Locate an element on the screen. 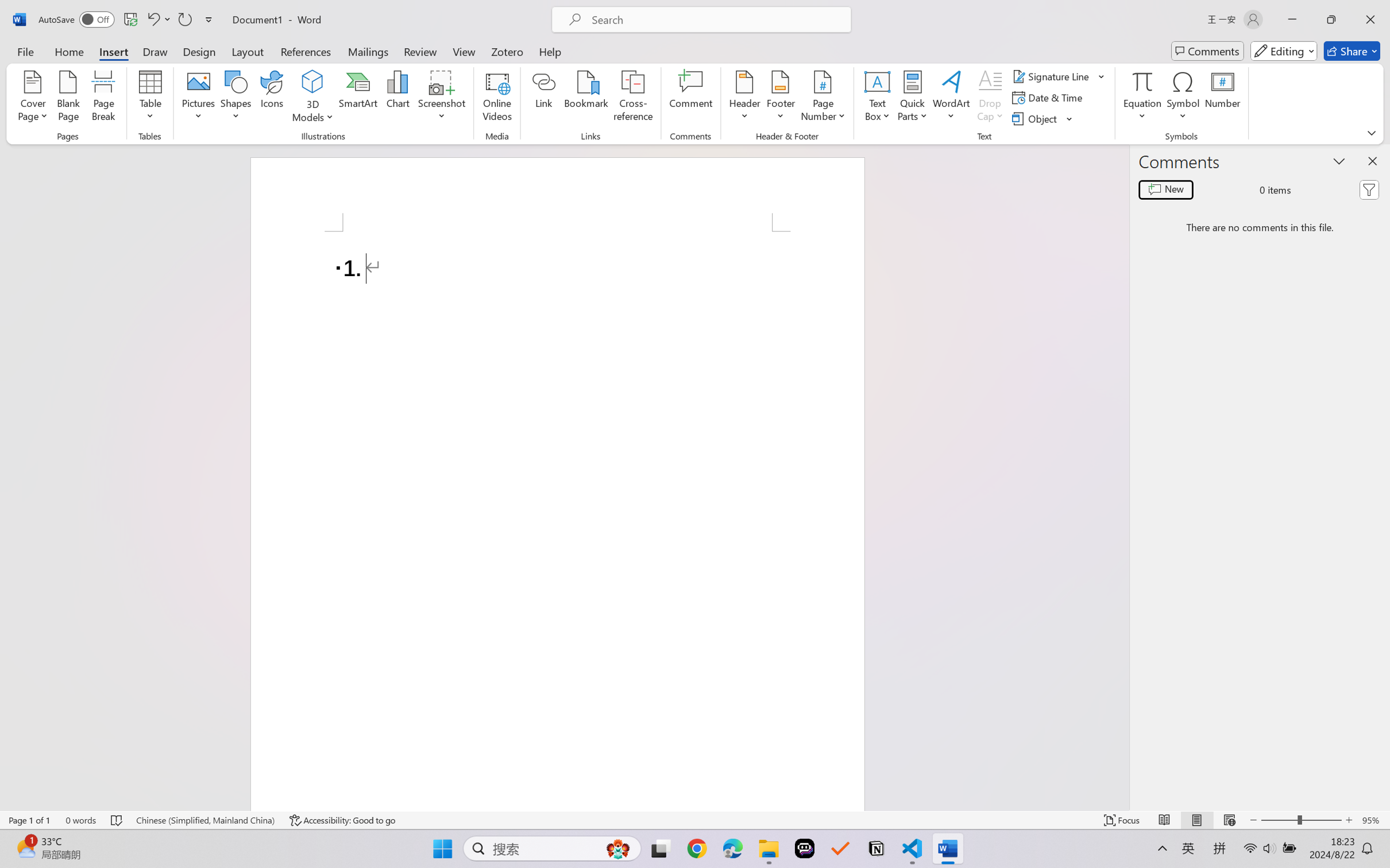 The width and height of the screenshot is (1390, 868). 'Language Chinese (Simplified, Mainland China)' is located at coordinates (204, 820).